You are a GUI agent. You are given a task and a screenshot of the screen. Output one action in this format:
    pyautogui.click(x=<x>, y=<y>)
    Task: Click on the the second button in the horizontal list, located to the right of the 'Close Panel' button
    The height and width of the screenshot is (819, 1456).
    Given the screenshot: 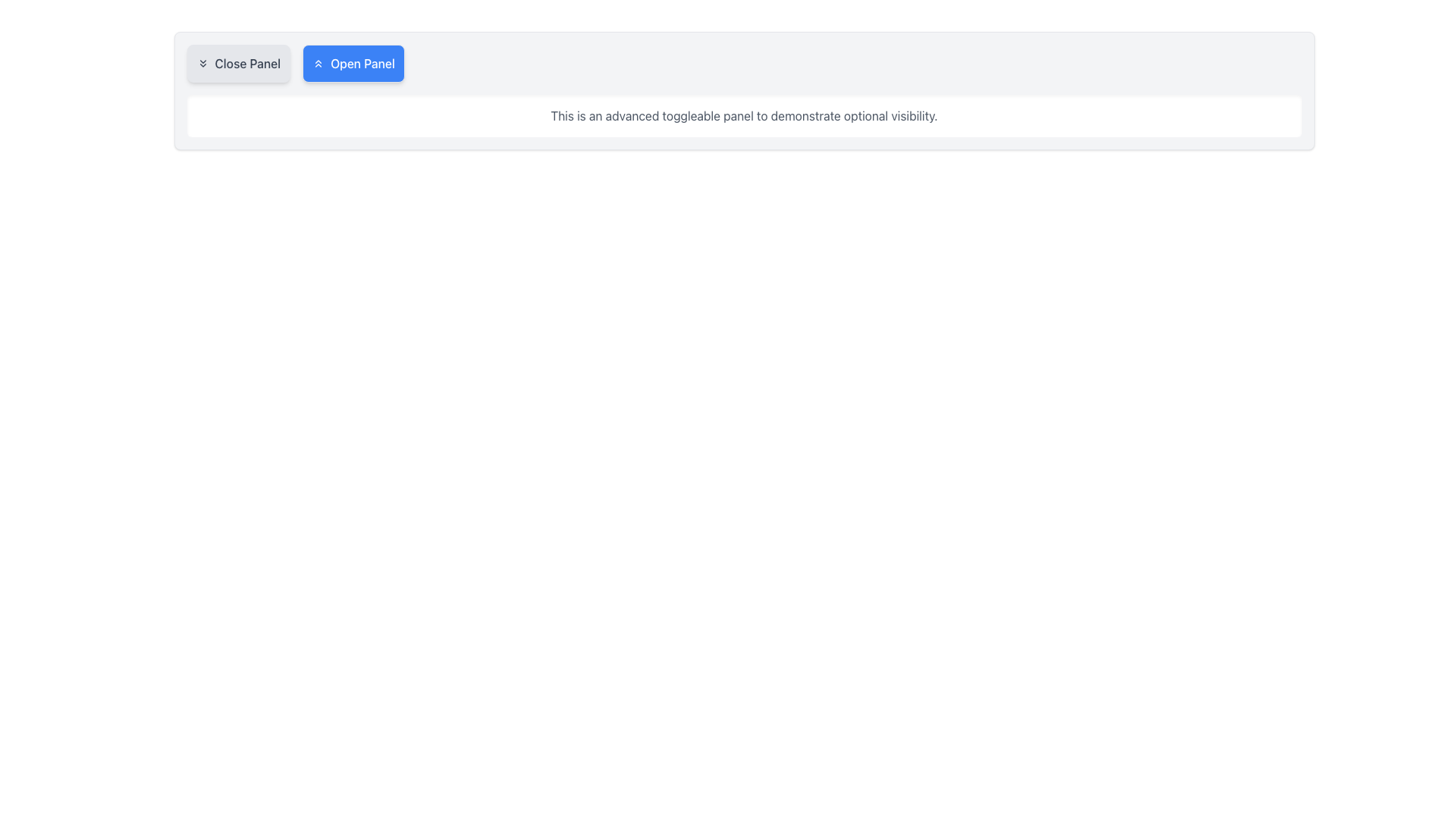 What is the action you would take?
    pyautogui.click(x=353, y=63)
    